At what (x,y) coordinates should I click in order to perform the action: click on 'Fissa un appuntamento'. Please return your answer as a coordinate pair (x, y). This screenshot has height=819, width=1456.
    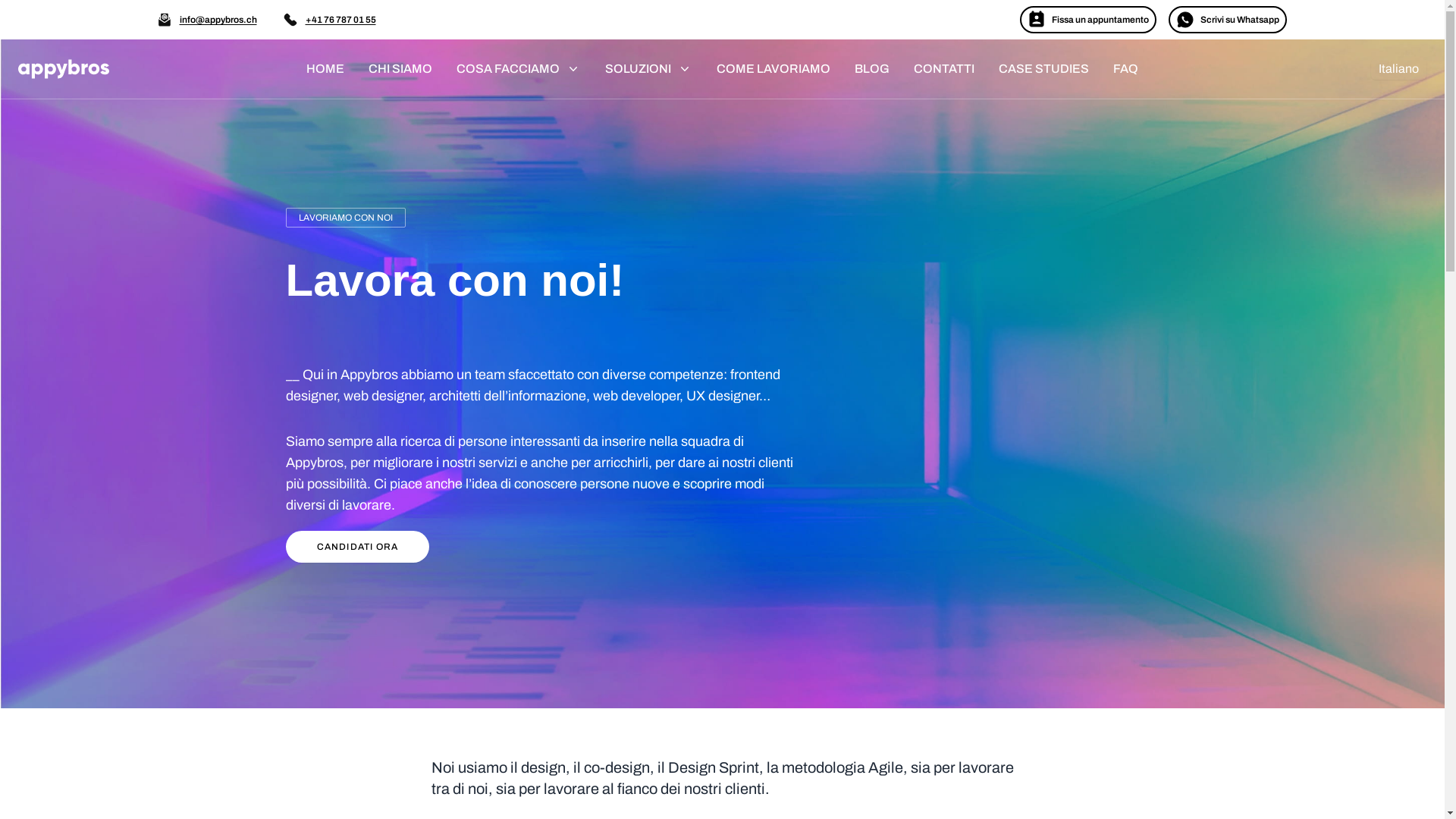
    Looking at the image, I should click on (1087, 20).